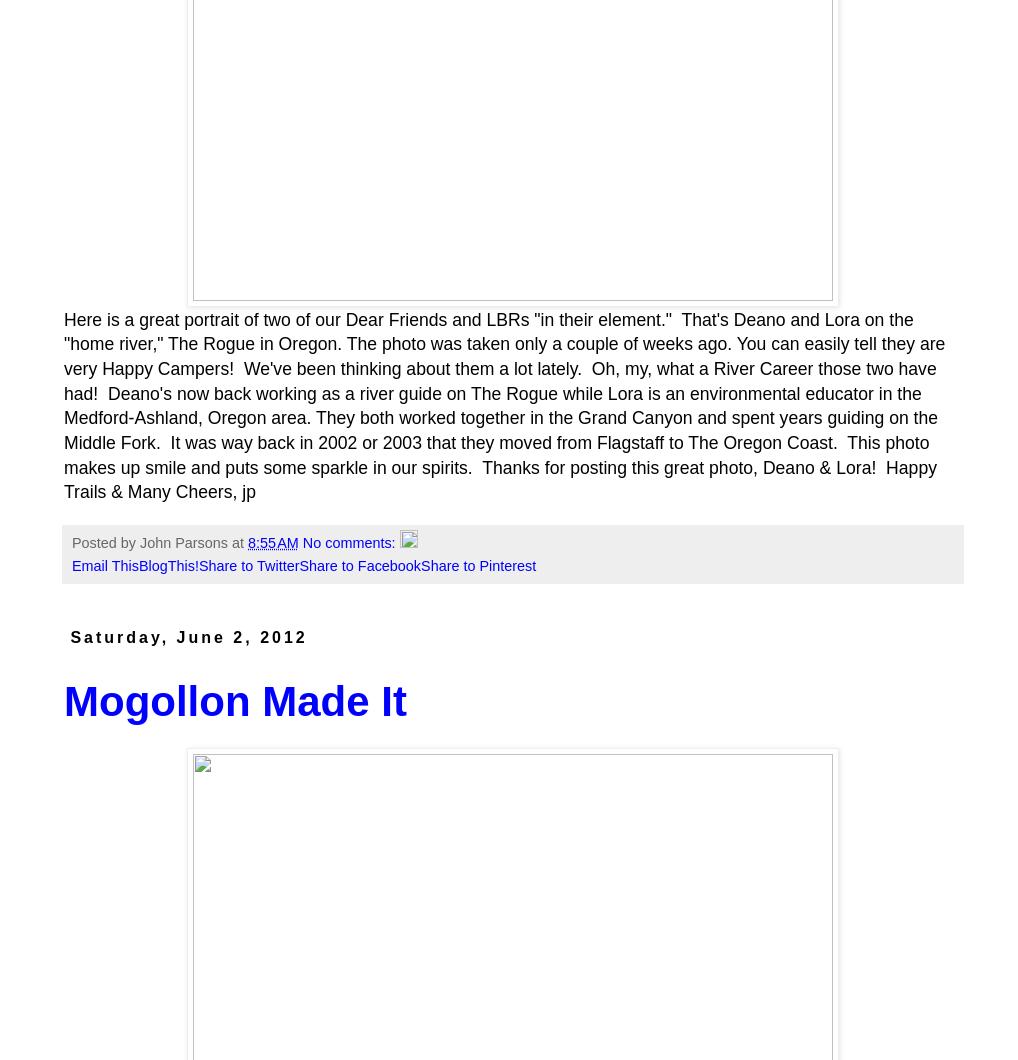 This screenshot has height=1060, width=1018. Describe the element at coordinates (233, 700) in the screenshot. I see `'Mogollon Made It'` at that location.